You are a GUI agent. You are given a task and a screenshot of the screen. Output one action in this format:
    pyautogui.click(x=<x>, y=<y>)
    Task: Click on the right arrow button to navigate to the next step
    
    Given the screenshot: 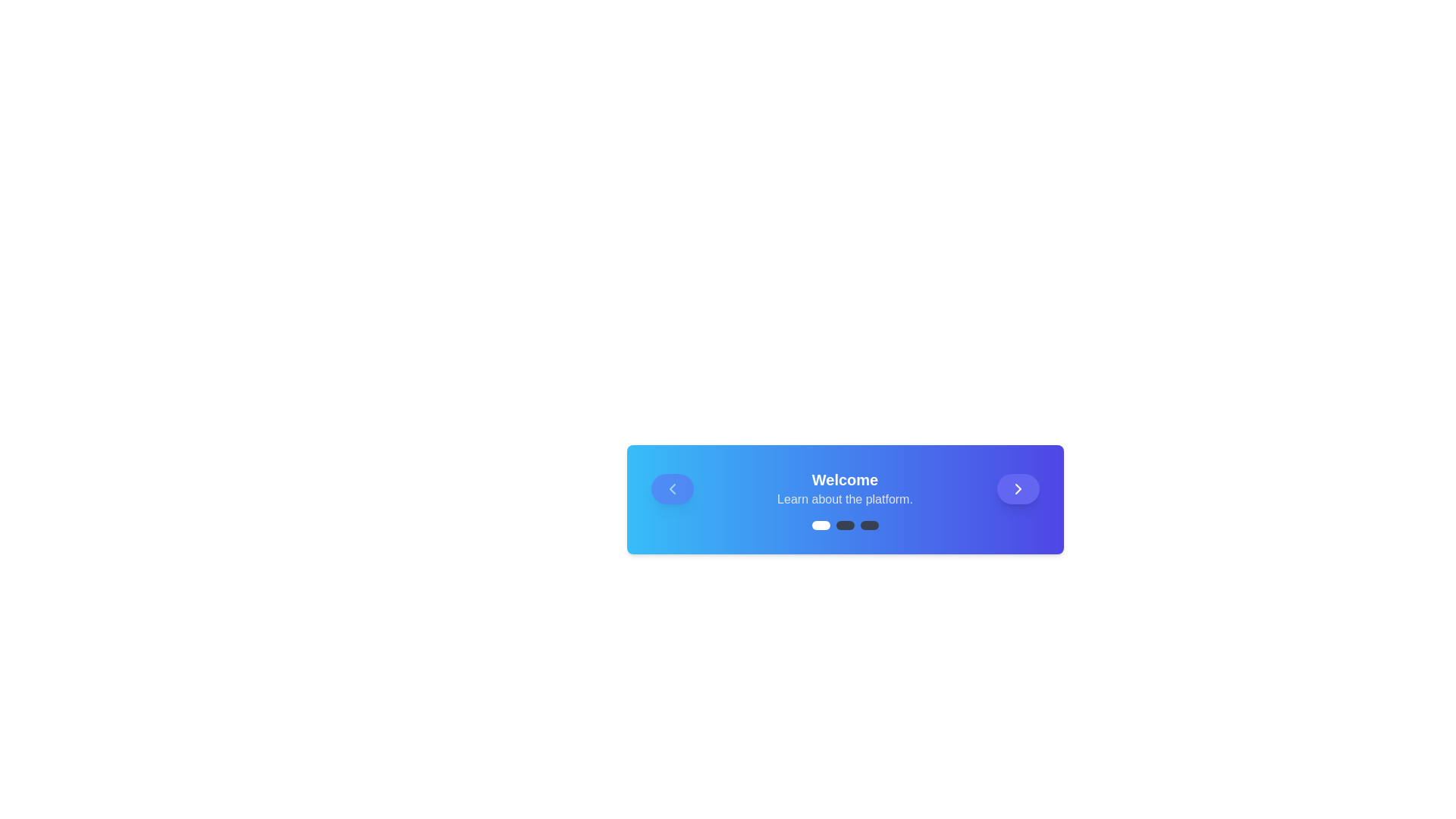 What is the action you would take?
    pyautogui.click(x=1018, y=488)
    